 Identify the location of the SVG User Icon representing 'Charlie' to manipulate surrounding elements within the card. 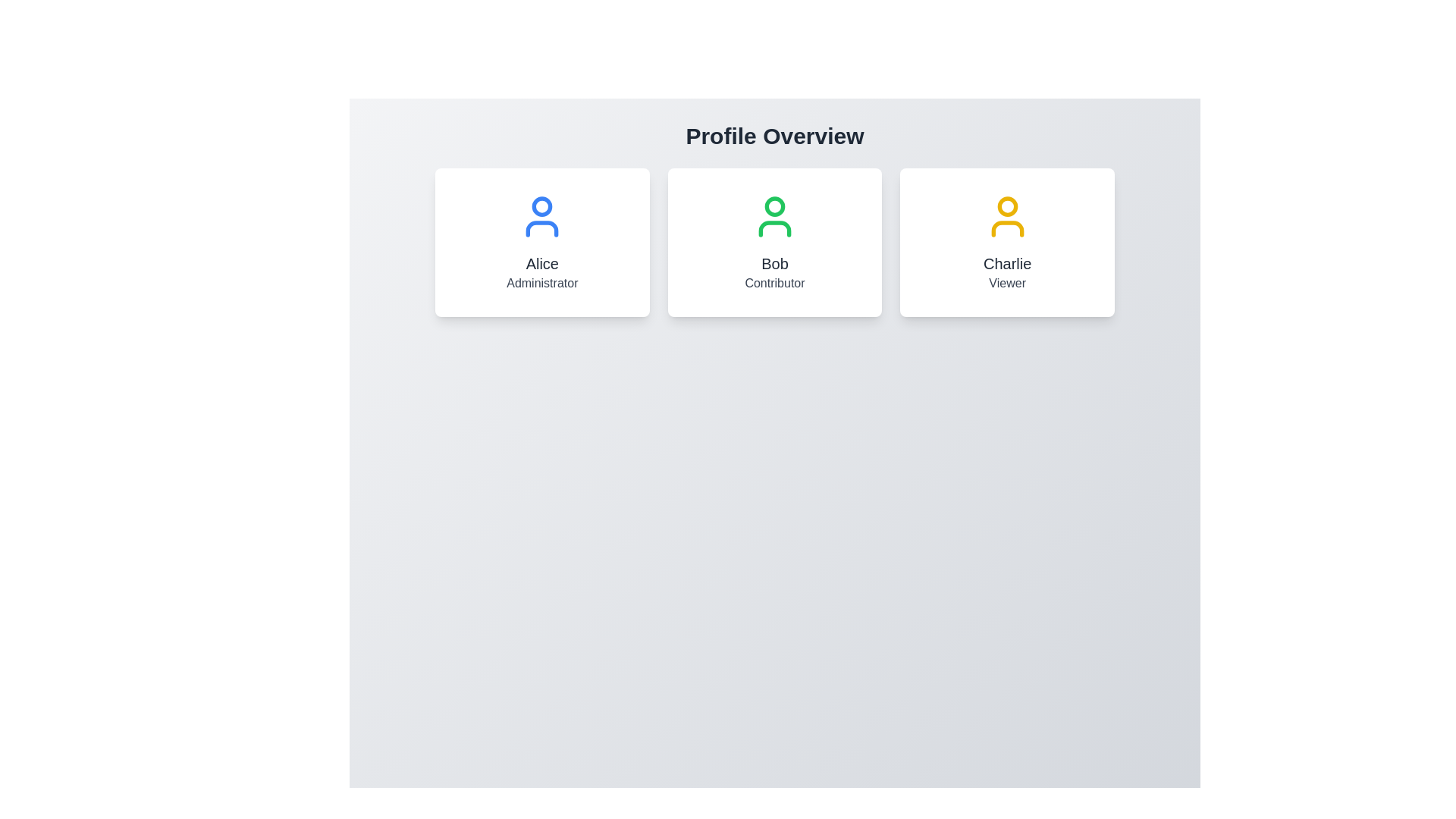
(1007, 216).